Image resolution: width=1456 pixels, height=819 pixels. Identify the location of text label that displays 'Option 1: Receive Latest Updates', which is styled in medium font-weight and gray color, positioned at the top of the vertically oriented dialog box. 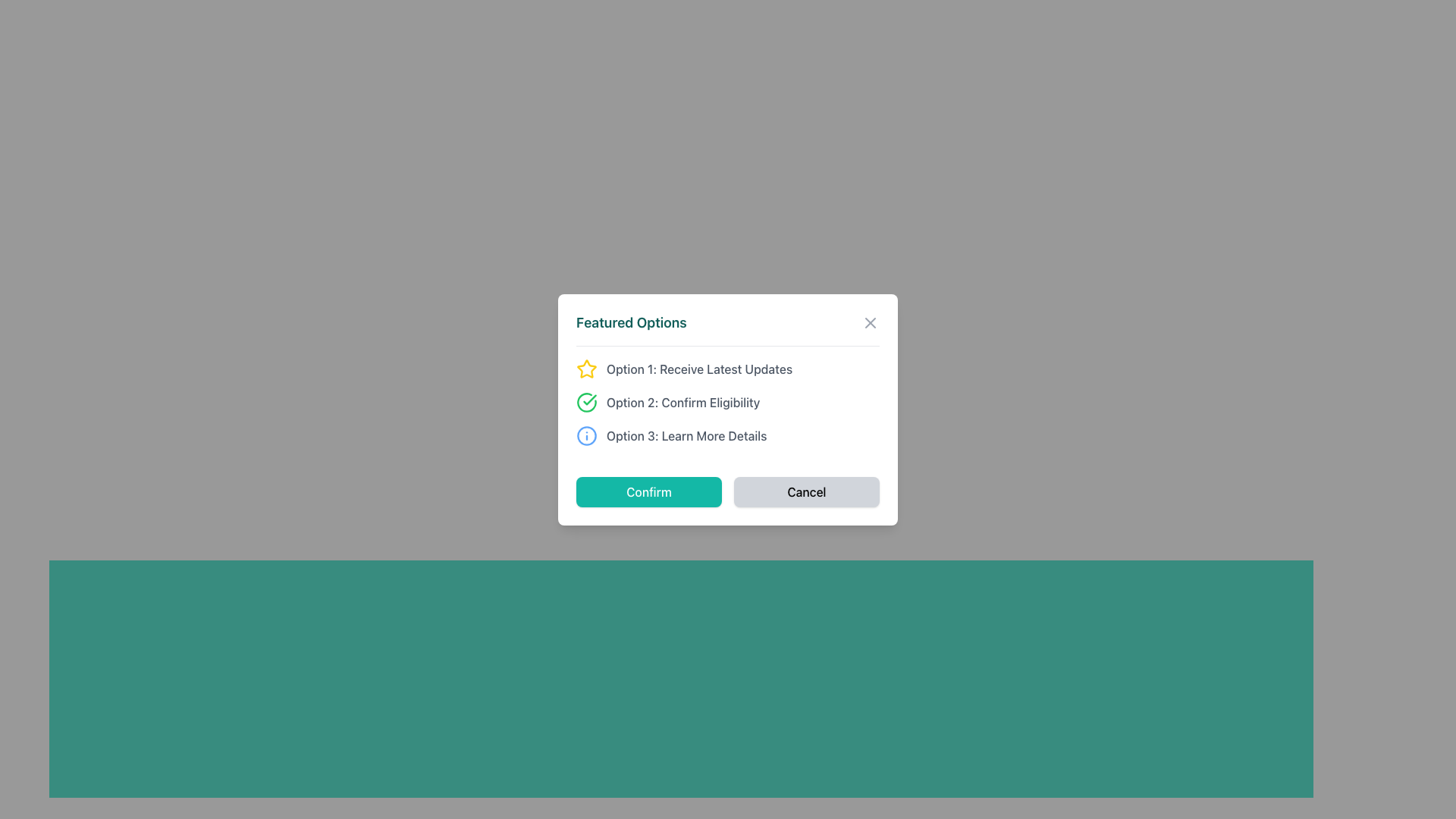
(698, 369).